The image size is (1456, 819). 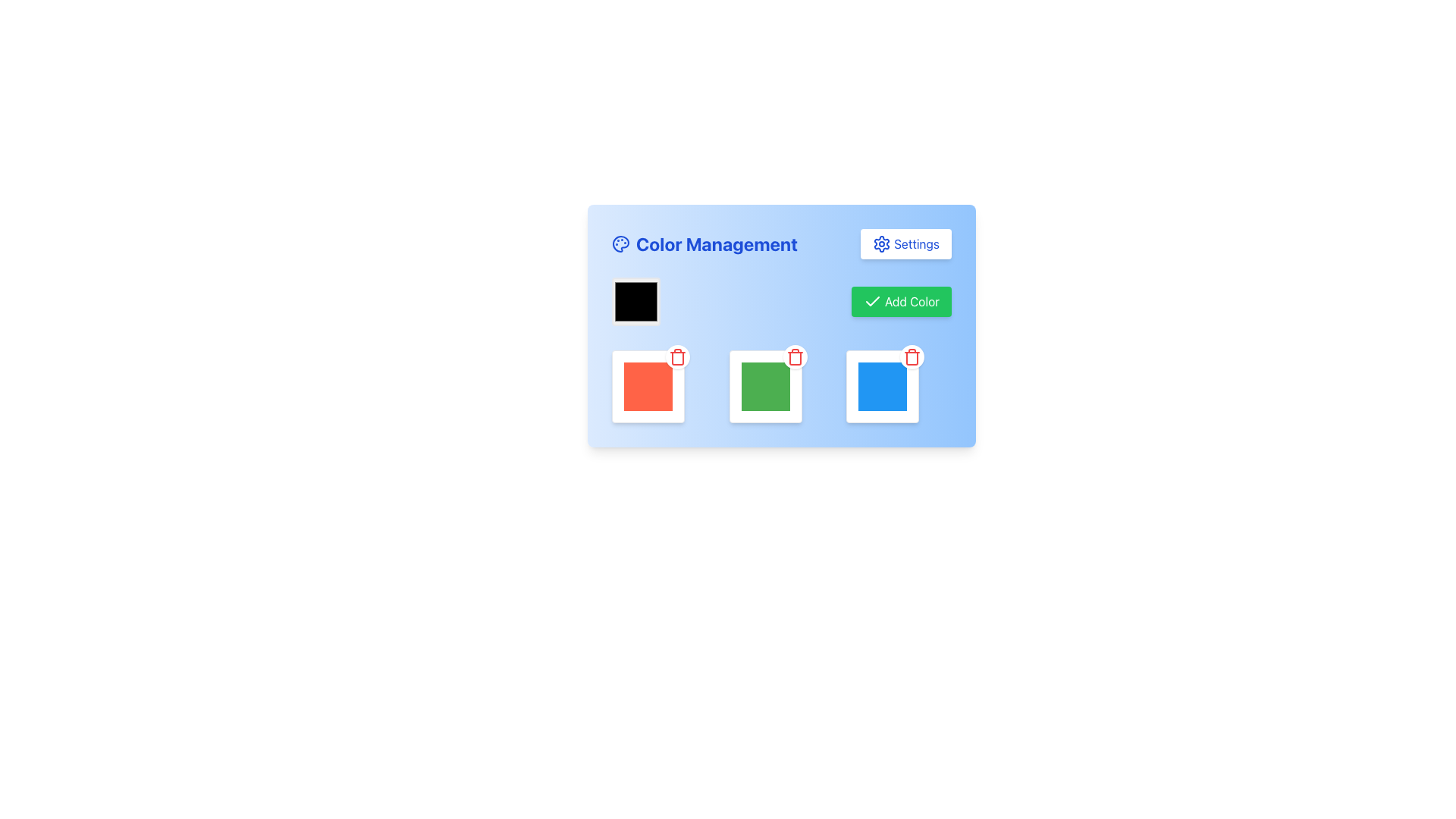 I want to click on the settings gear icon located in the top-right corner of the 'Color Management' card, so click(x=881, y=243).